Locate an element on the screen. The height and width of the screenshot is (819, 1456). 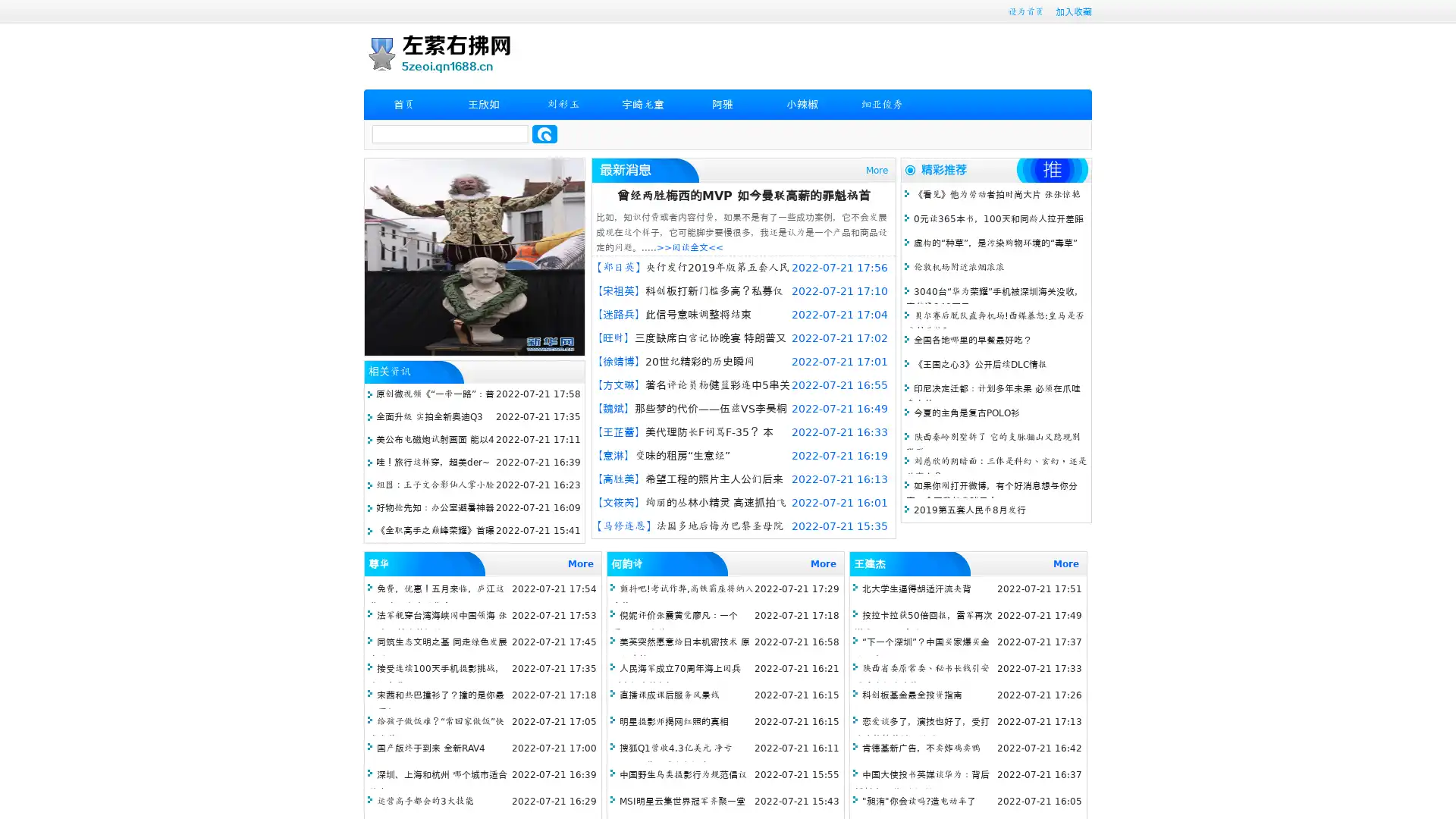
Search is located at coordinates (544, 133).